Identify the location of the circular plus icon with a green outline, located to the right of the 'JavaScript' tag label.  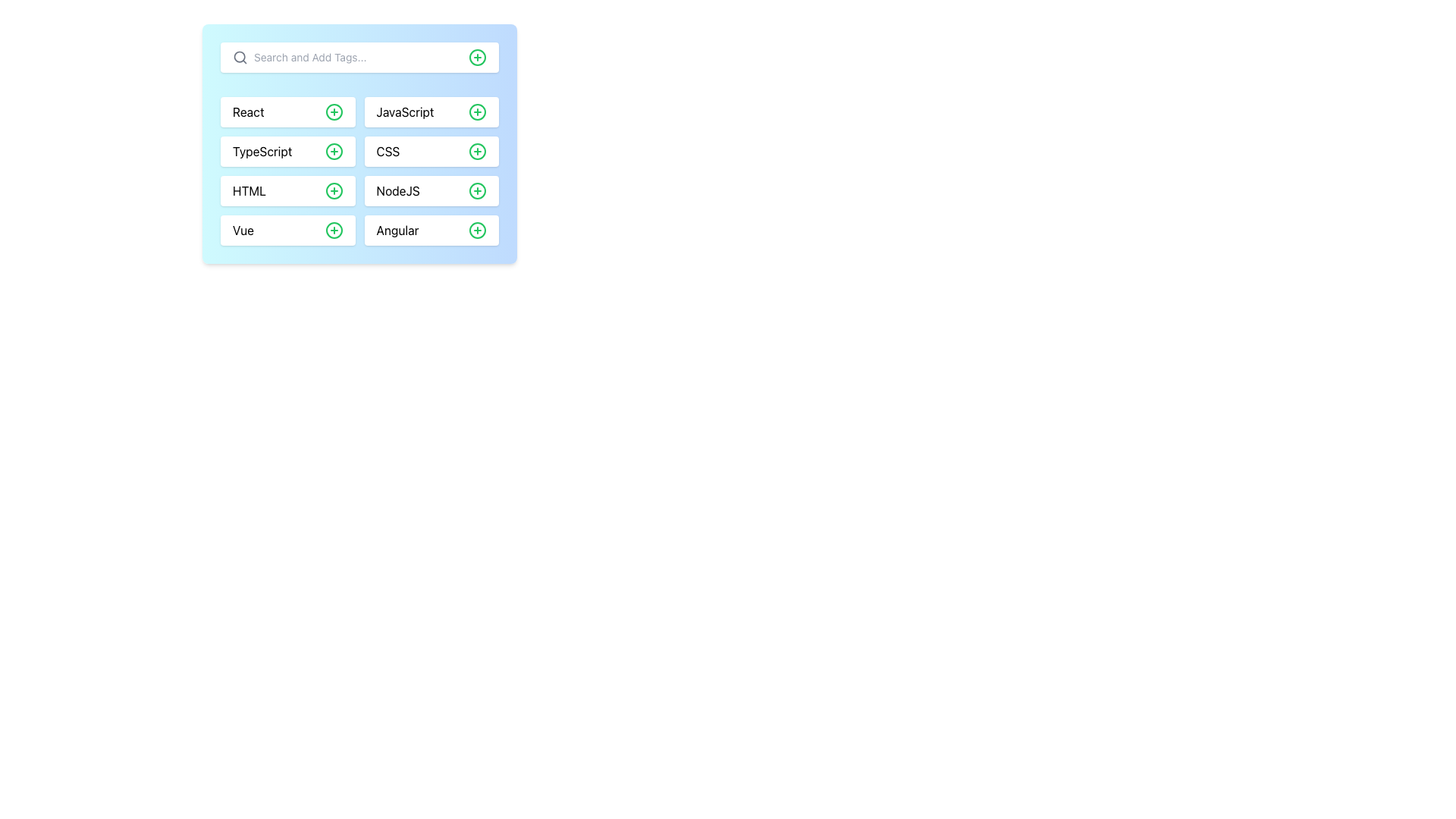
(476, 111).